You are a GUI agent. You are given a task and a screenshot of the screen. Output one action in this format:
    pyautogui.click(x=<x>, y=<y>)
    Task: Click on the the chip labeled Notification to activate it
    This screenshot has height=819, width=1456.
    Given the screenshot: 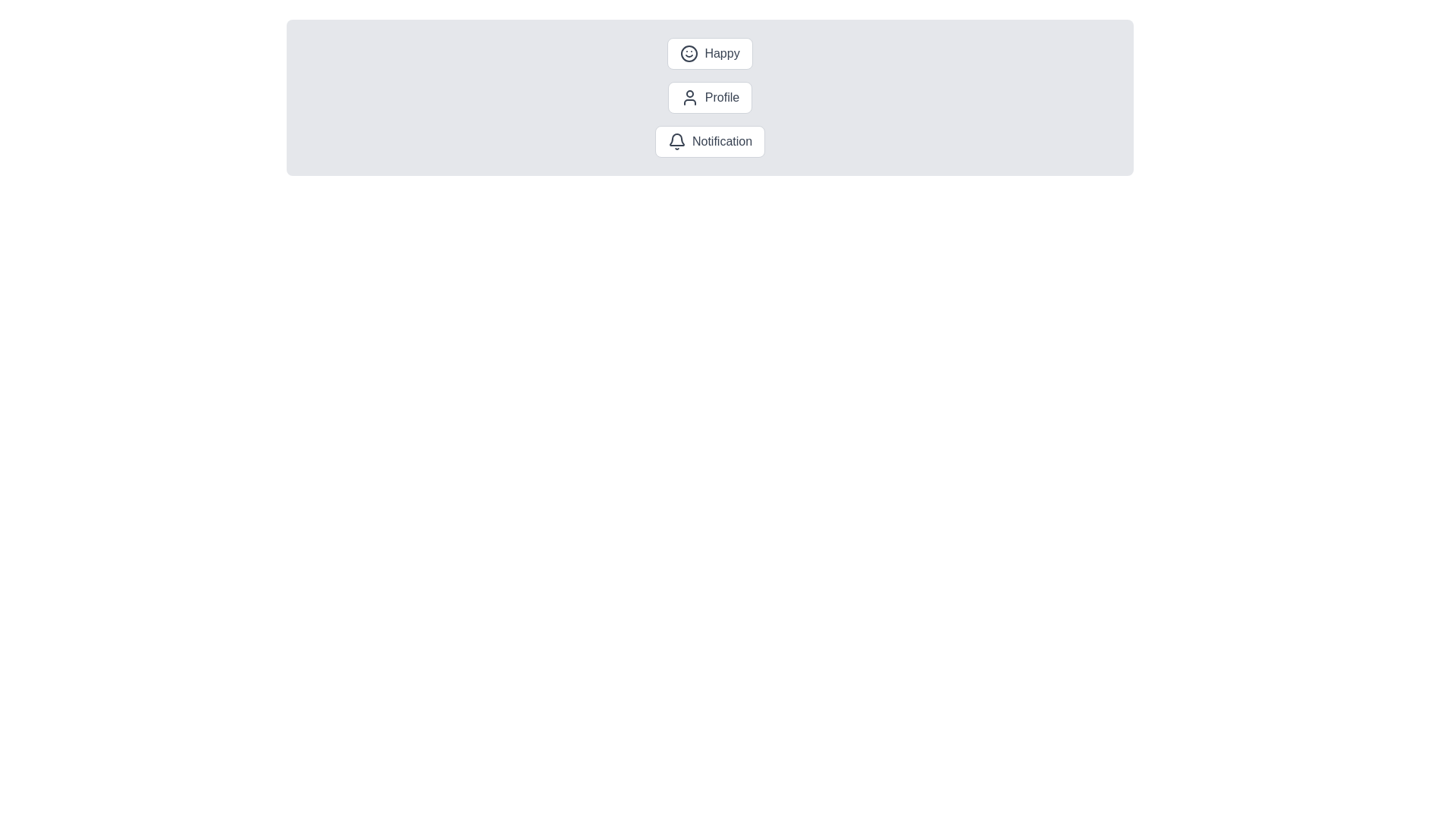 What is the action you would take?
    pyautogui.click(x=709, y=141)
    